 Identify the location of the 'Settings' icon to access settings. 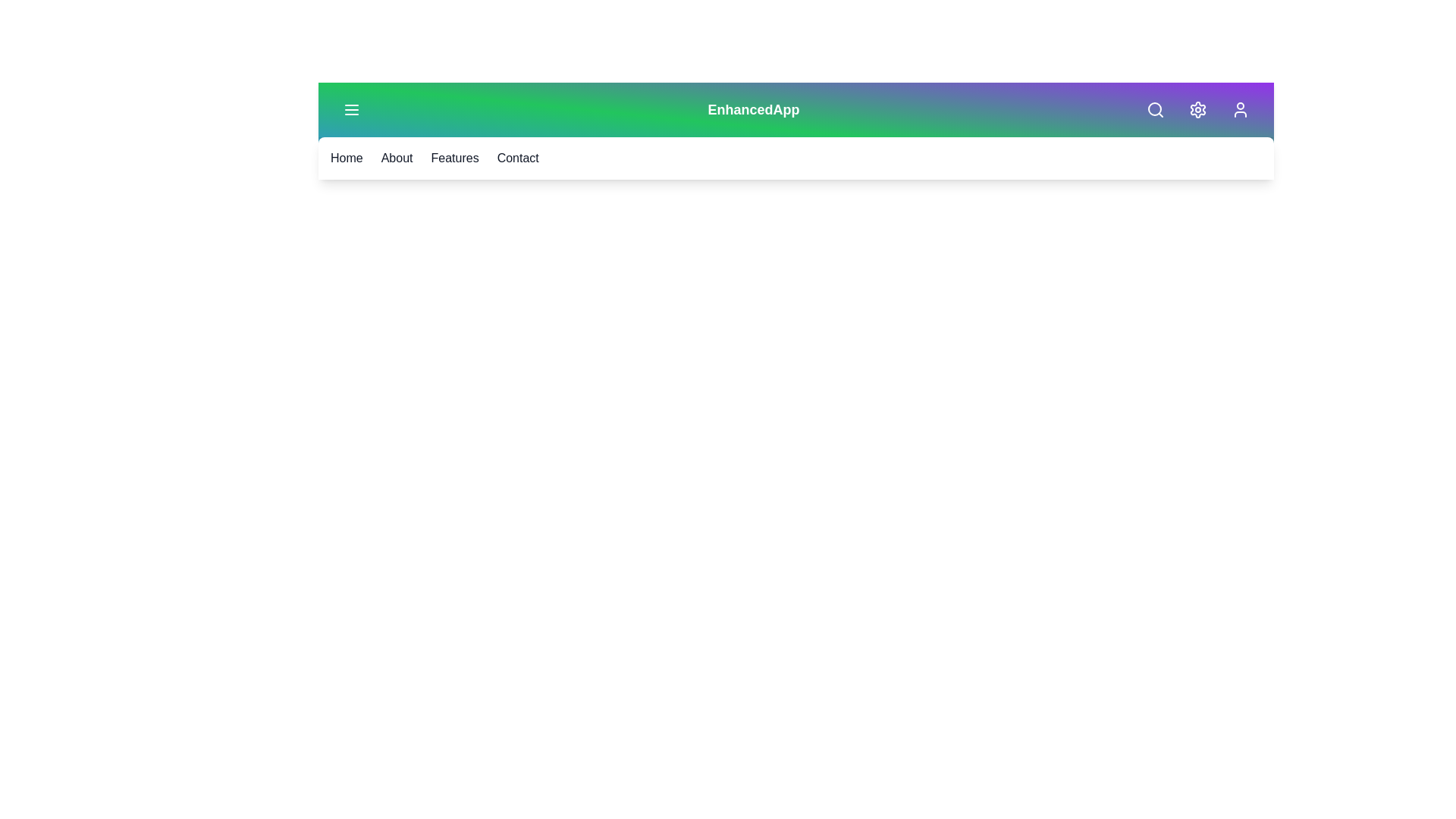
(1197, 109).